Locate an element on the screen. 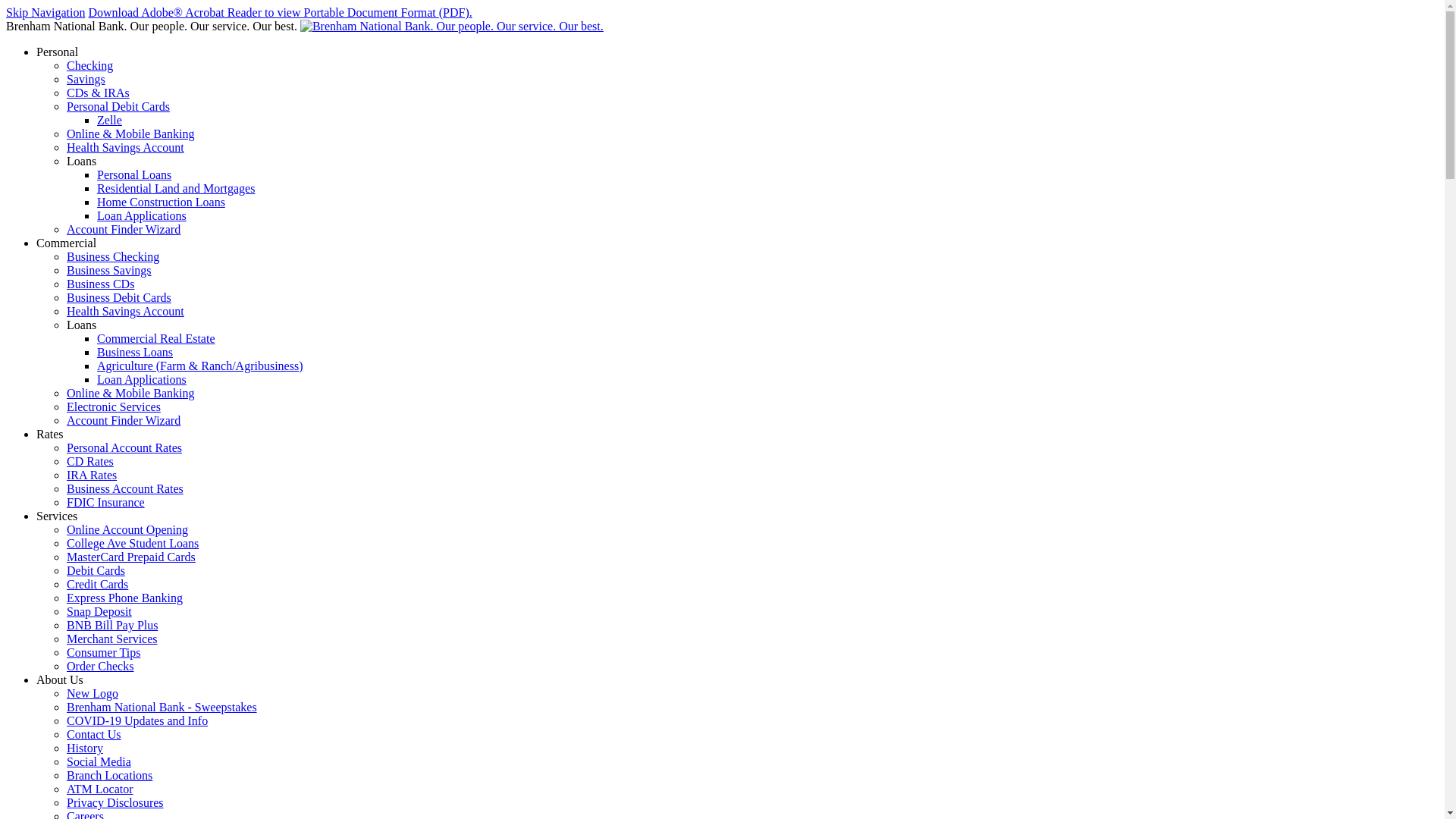 This screenshot has width=1456, height=819. 'Merchant Services' is located at coordinates (65, 639).